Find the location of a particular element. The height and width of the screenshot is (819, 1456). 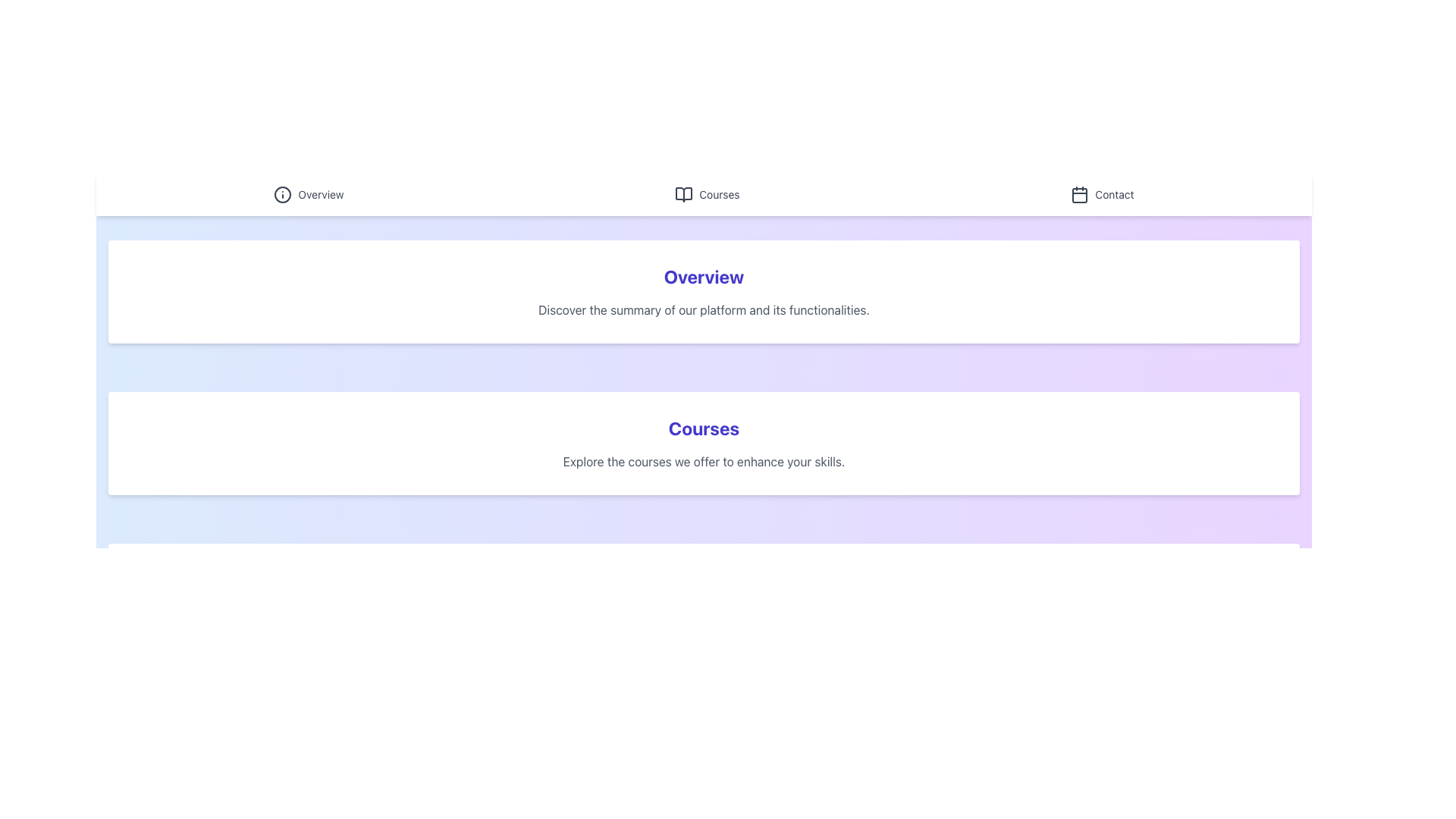

the 'Courses' link in the sticky top navigation bar is located at coordinates (706, 194).